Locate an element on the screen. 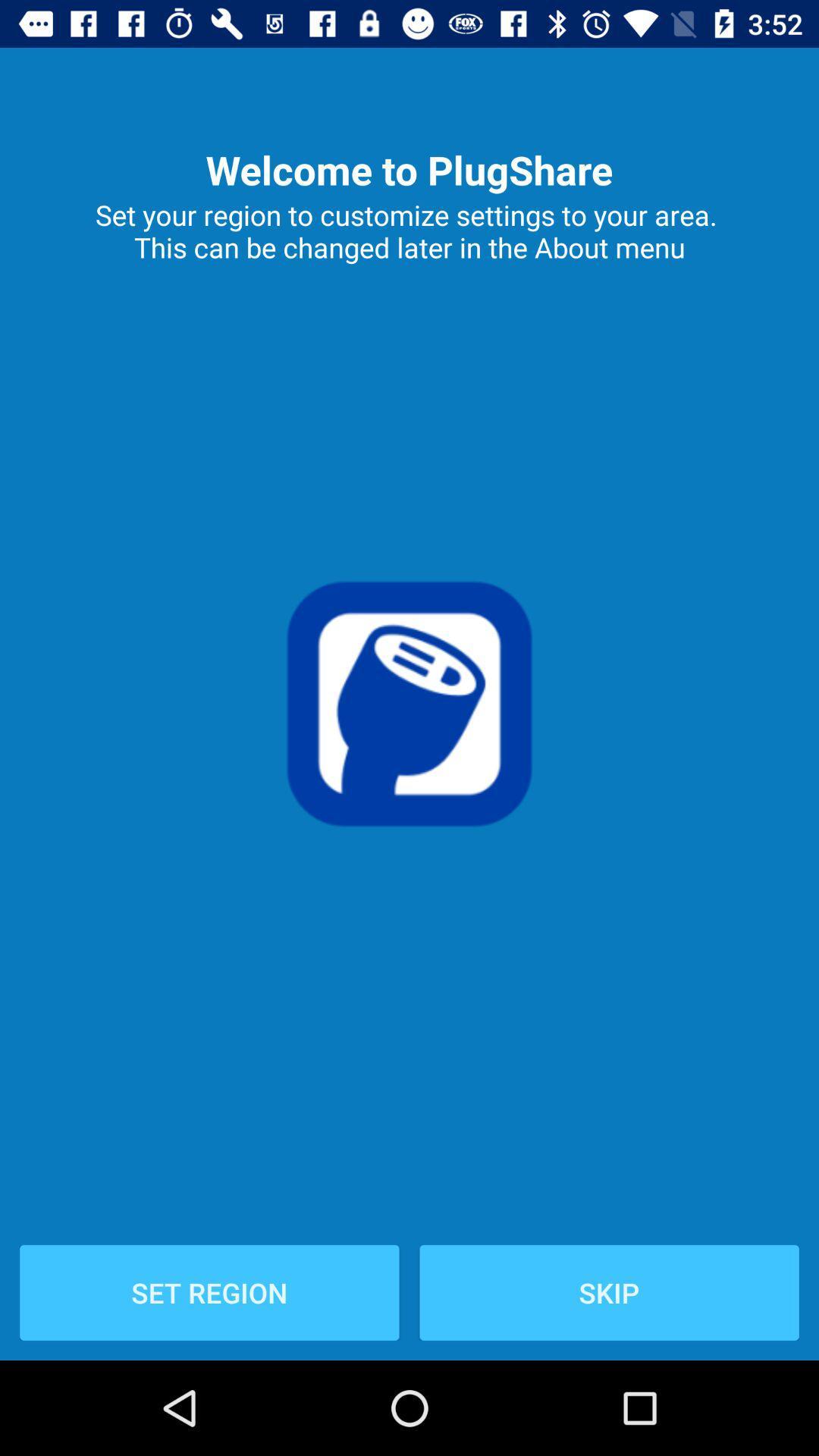 This screenshot has width=819, height=1456. the icon to the right of set region is located at coordinates (608, 1291).